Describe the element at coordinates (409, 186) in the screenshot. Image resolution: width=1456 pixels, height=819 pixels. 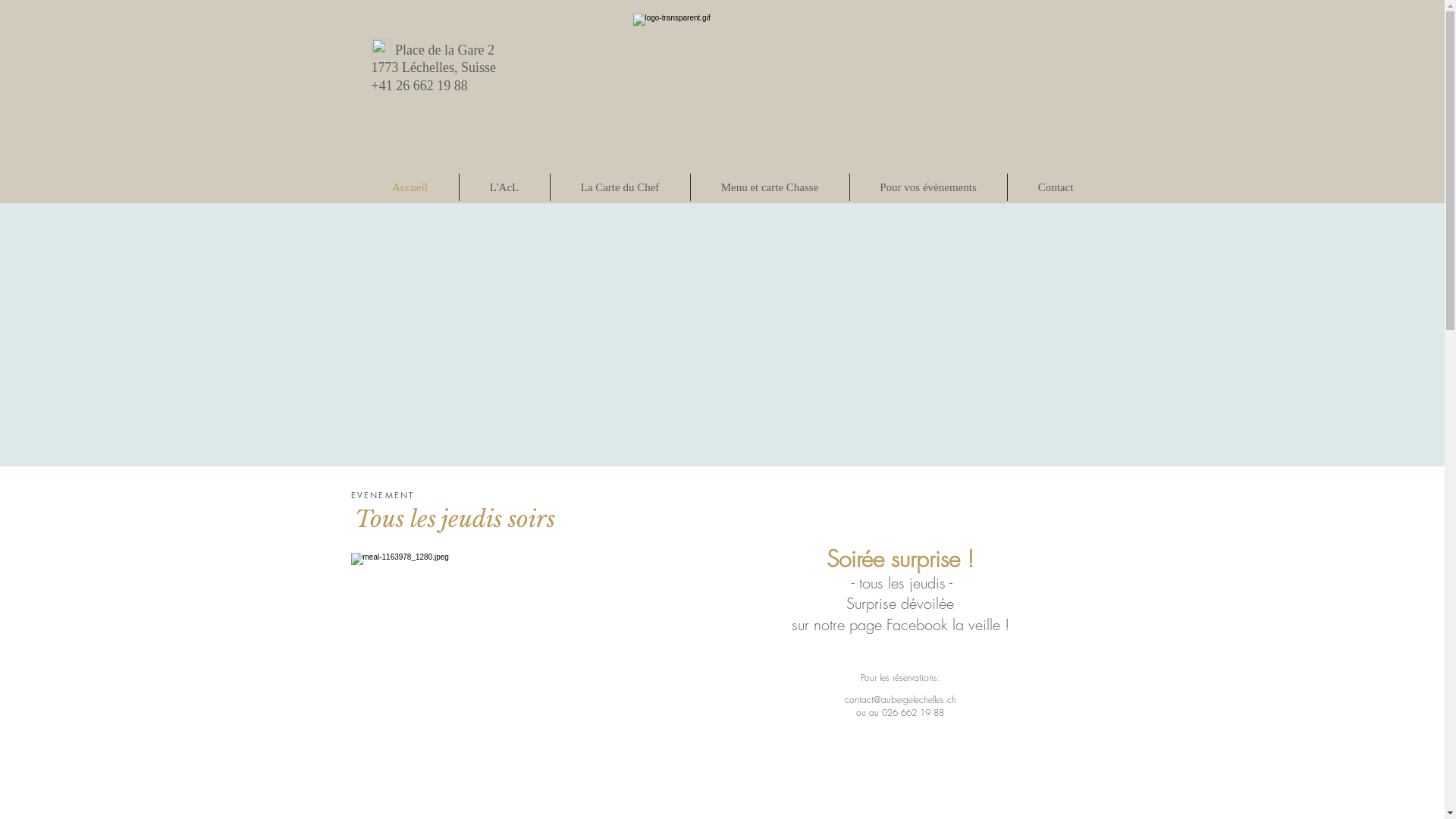
I see `'Accueil'` at that location.